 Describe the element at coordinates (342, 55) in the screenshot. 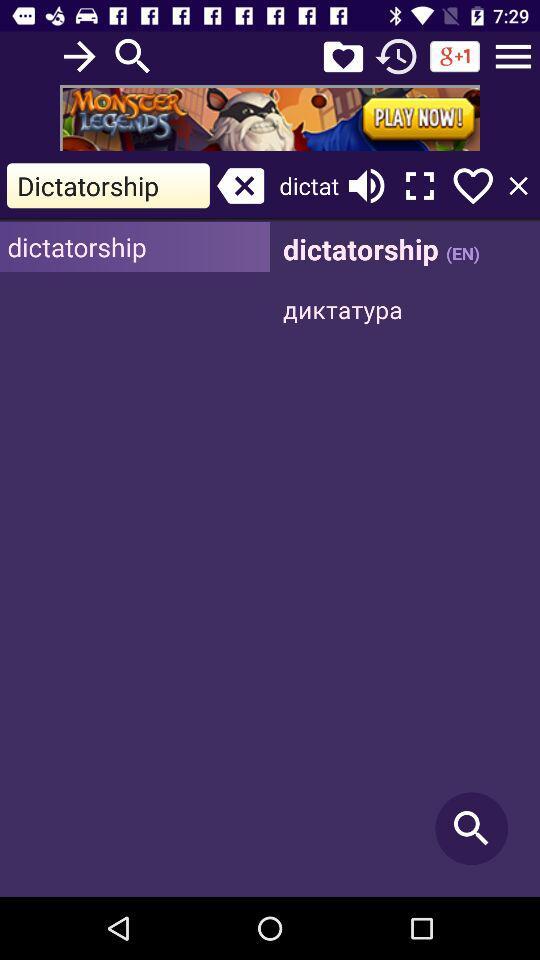

I see `favorites` at that location.